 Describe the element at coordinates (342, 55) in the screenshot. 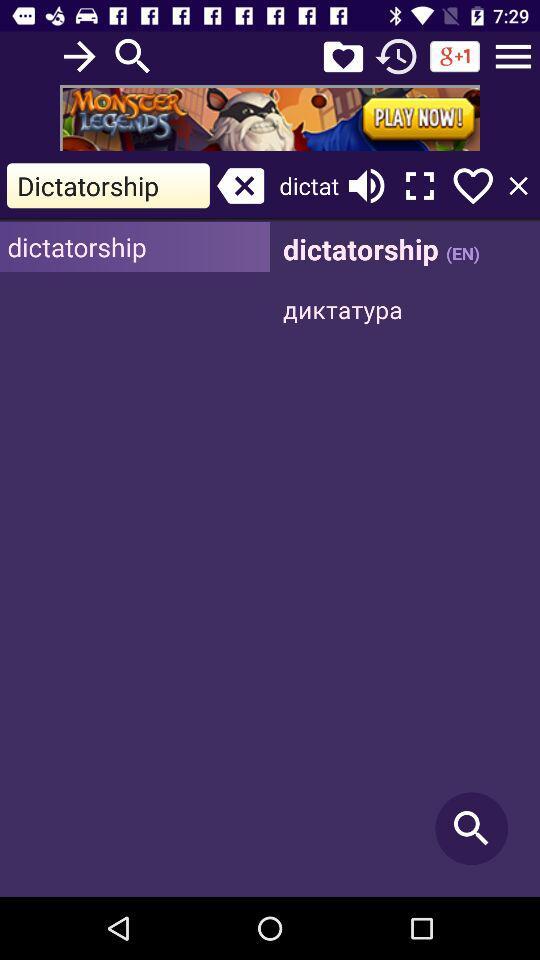

I see `favorites` at that location.